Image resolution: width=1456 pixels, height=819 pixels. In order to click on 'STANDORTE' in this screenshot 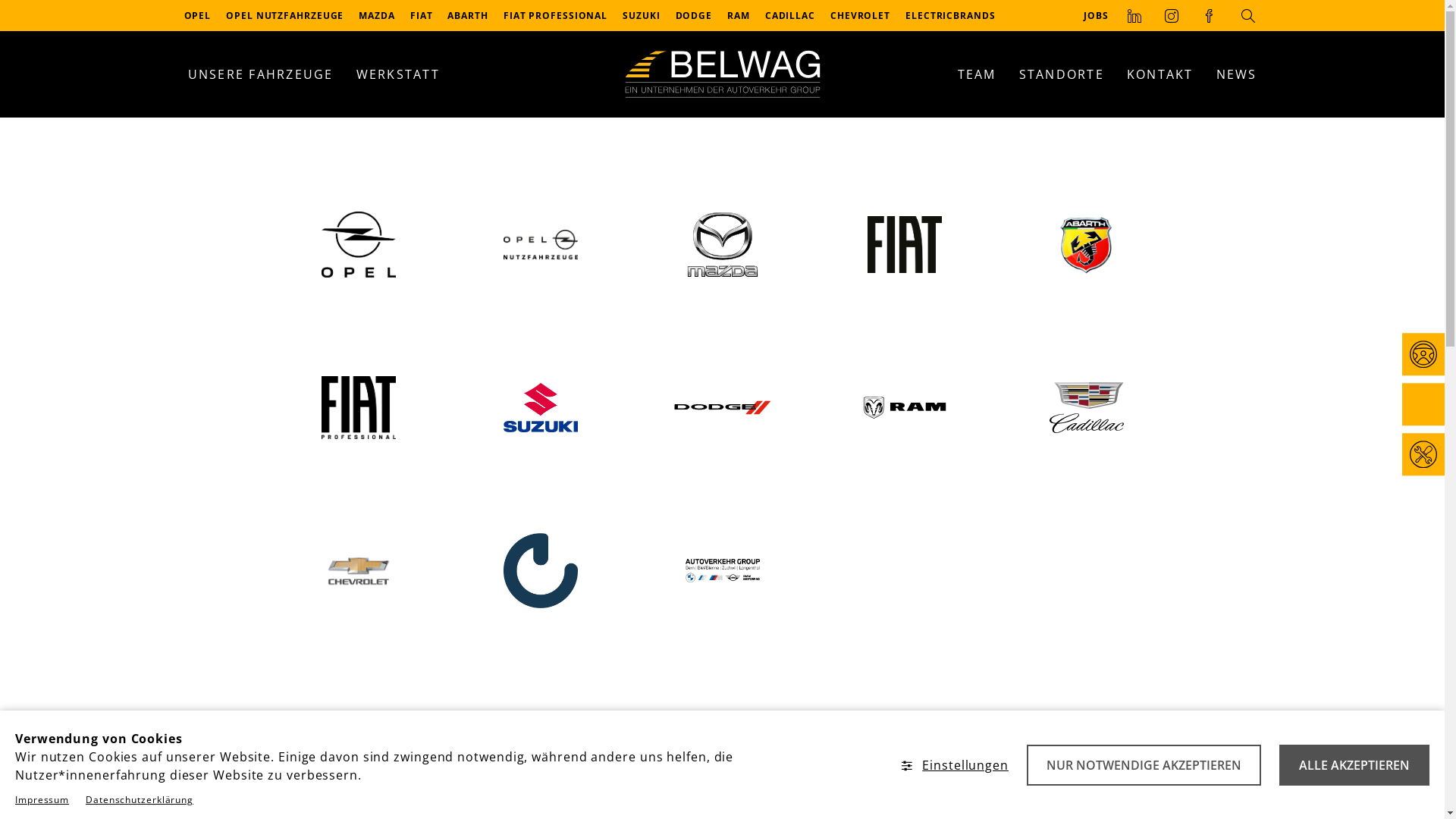, I will do `click(1059, 74)`.